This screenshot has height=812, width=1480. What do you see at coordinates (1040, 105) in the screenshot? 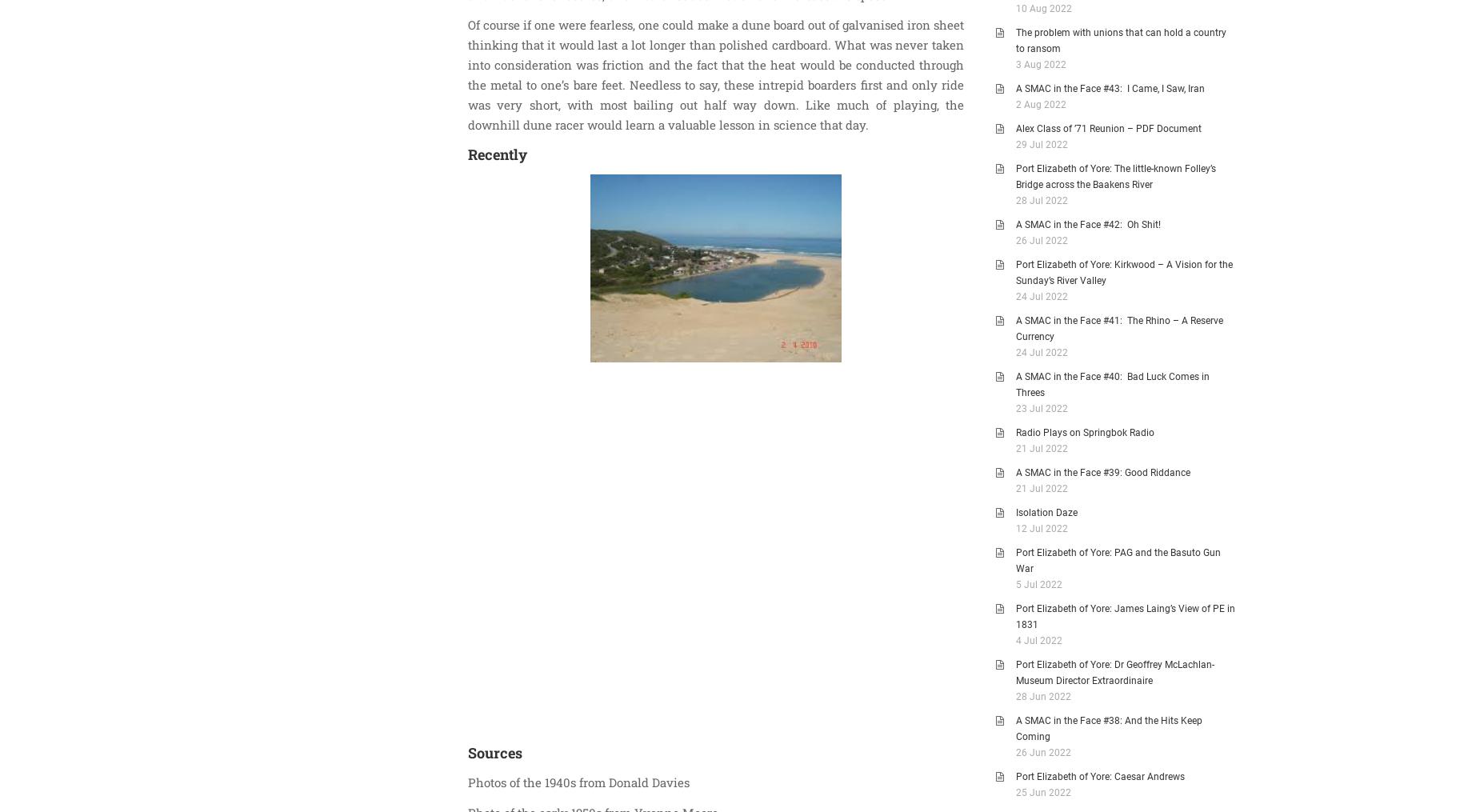
I see `'2 Aug 2022'` at bounding box center [1040, 105].